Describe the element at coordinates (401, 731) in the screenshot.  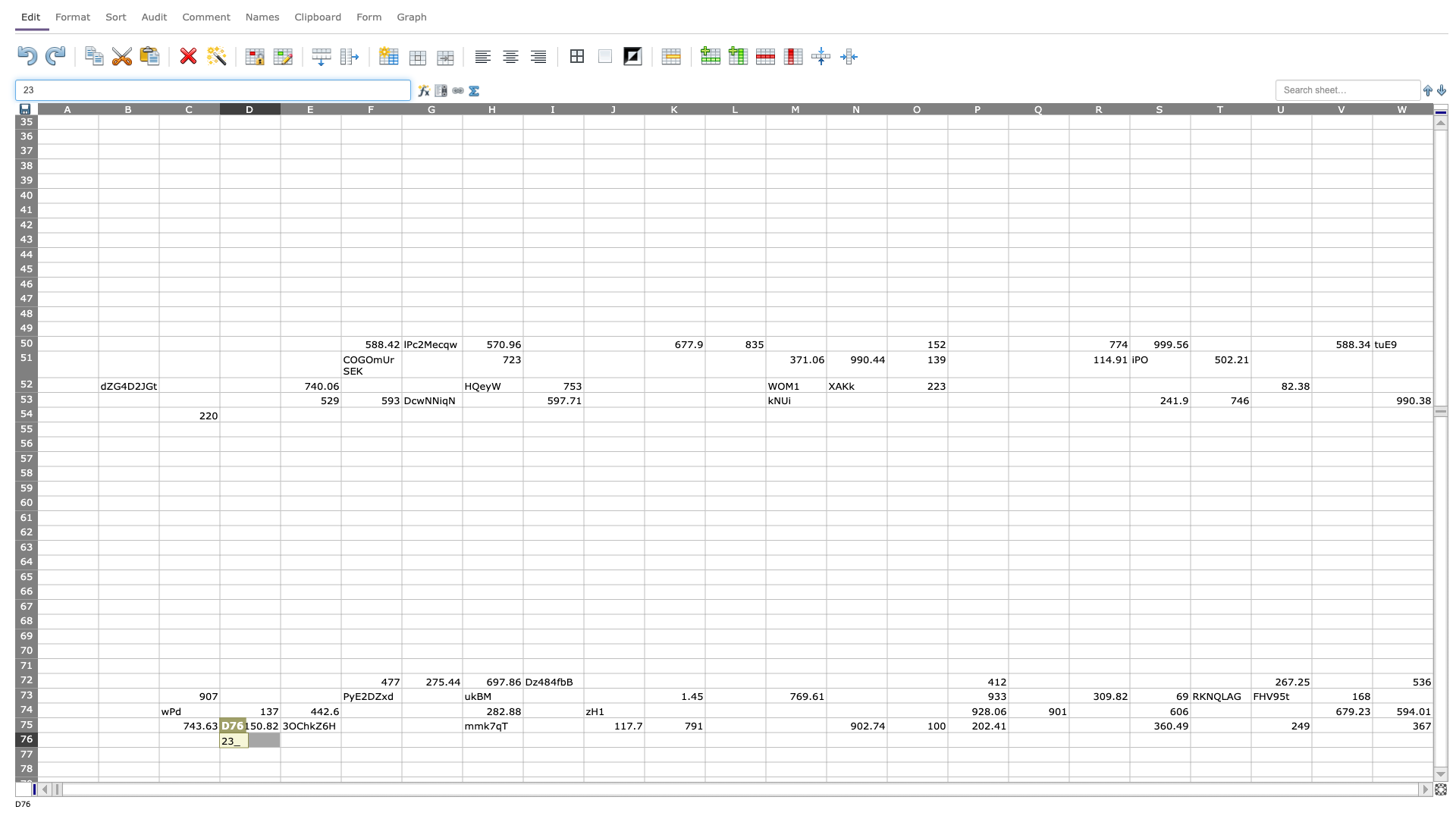
I see `Northwest corner of cell G76` at that location.